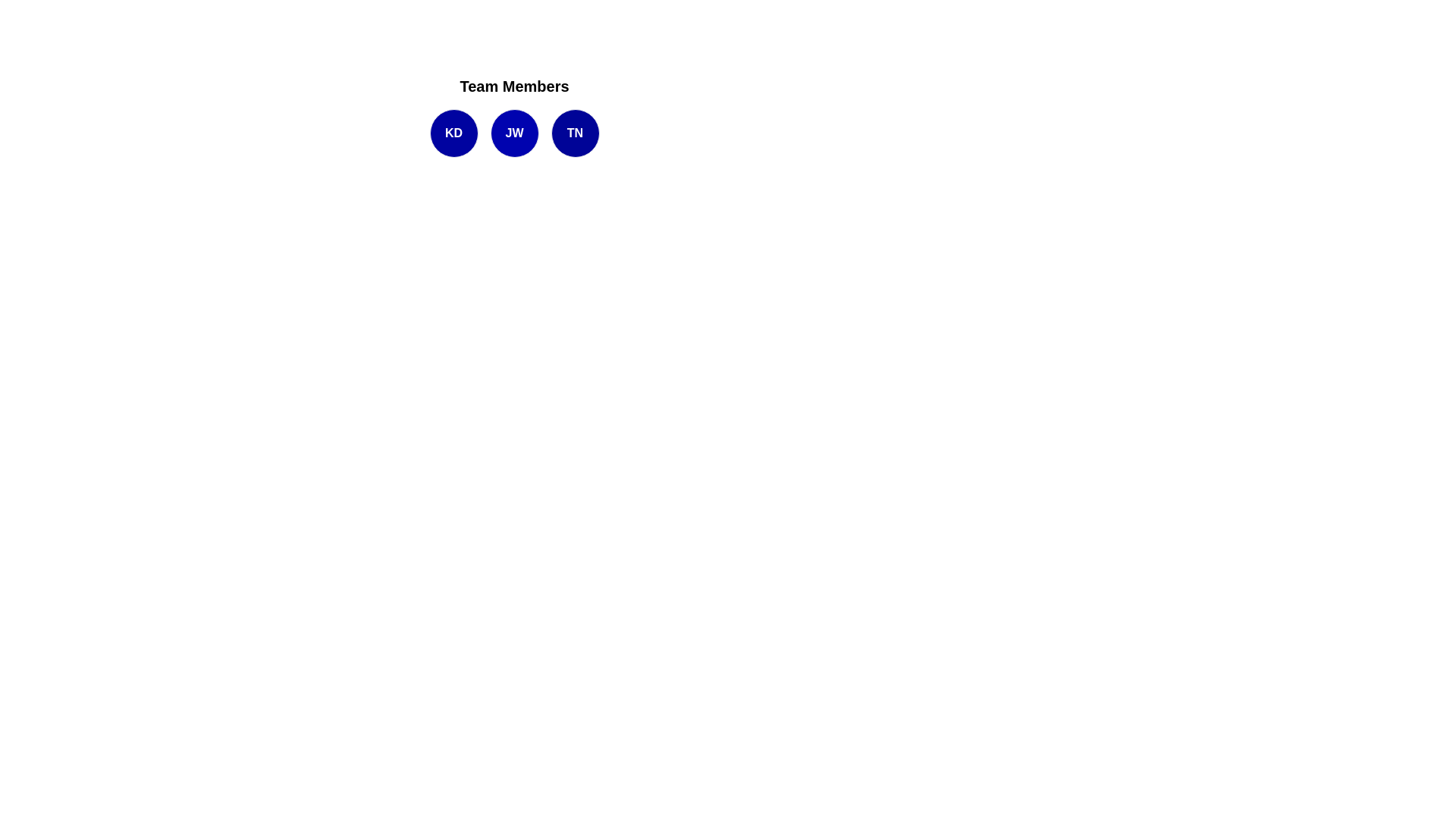 This screenshot has width=1456, height=819. What do you see at coordinates (514, 116) in the screenshot?
I see `the JW circle in the horizontal list of styled circular text containers, which has a blue background and white text` at bounding box center [514, 116].